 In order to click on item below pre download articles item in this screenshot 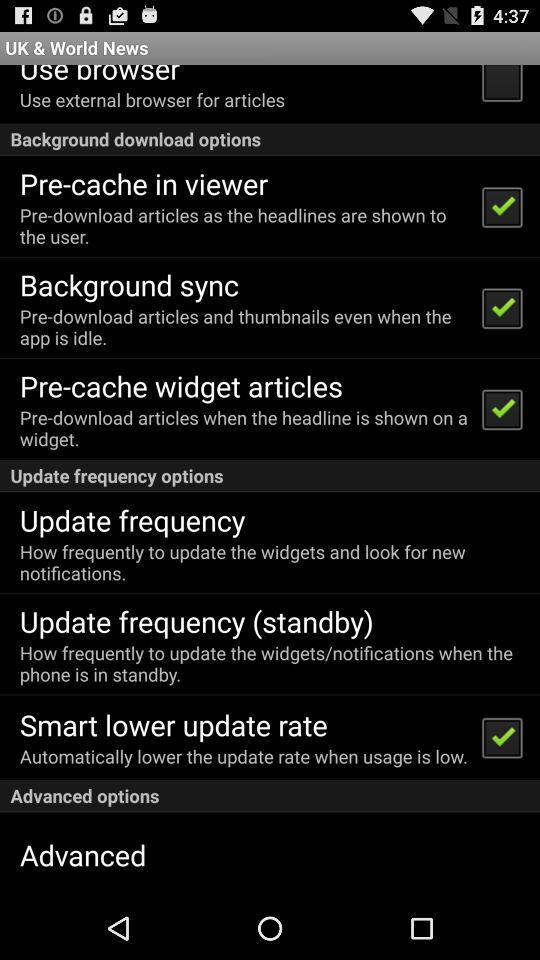, I will do `click(129, 283)`.